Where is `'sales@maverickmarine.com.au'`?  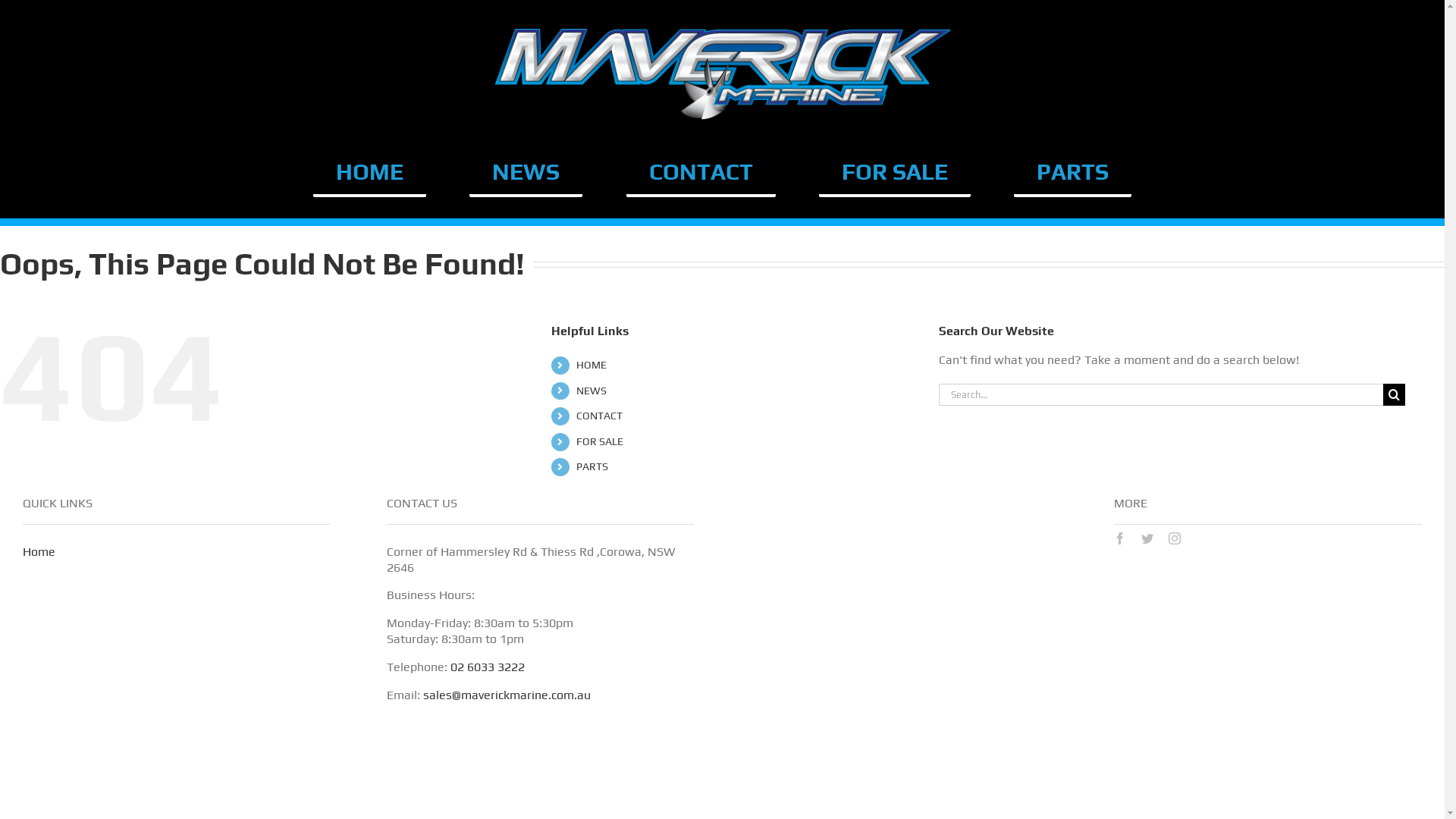 'sales@maverickmarine.com.au' is located at coordinates (507, 695).